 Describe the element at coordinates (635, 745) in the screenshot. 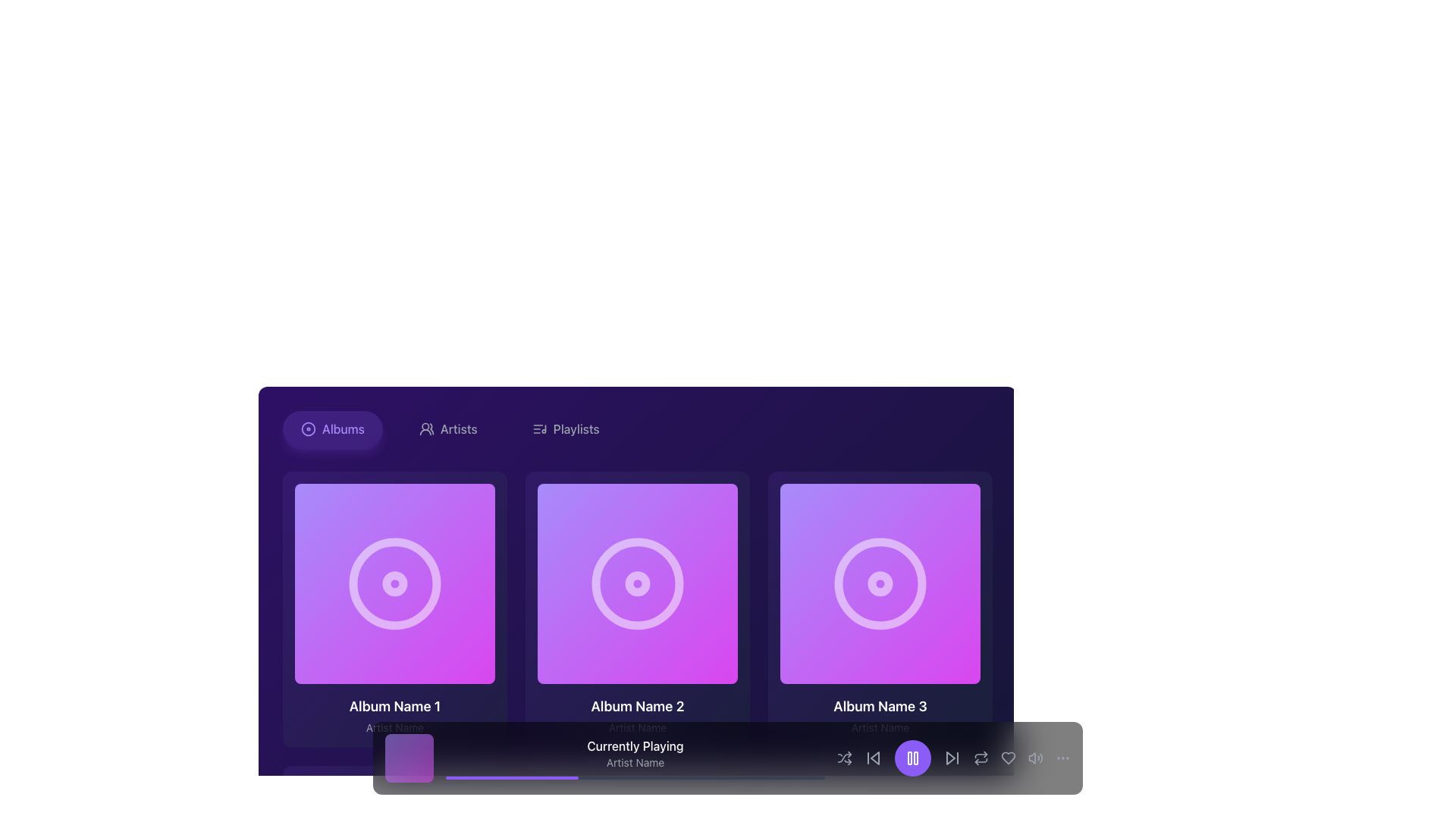

I see `the 'Currently Playing' text label, which is a medium-weight, white-colored text on a dark background, located at the bottom section of the media interface` at that location.